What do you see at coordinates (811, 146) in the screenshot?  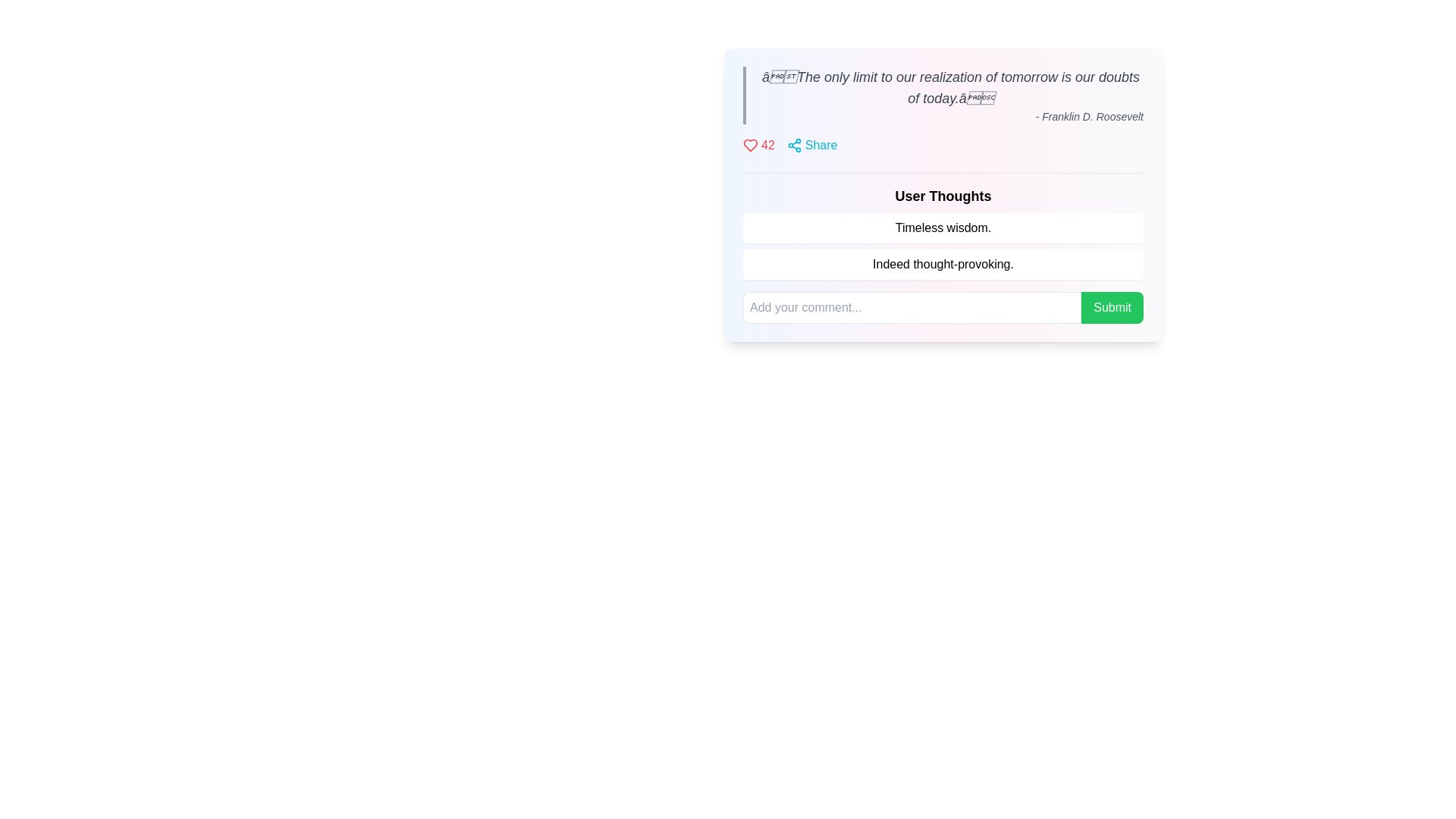 I see `the interactive sharing button located in the upper region of the card, immediately to the right of the red '42' text` at bounding box center [811, 146].